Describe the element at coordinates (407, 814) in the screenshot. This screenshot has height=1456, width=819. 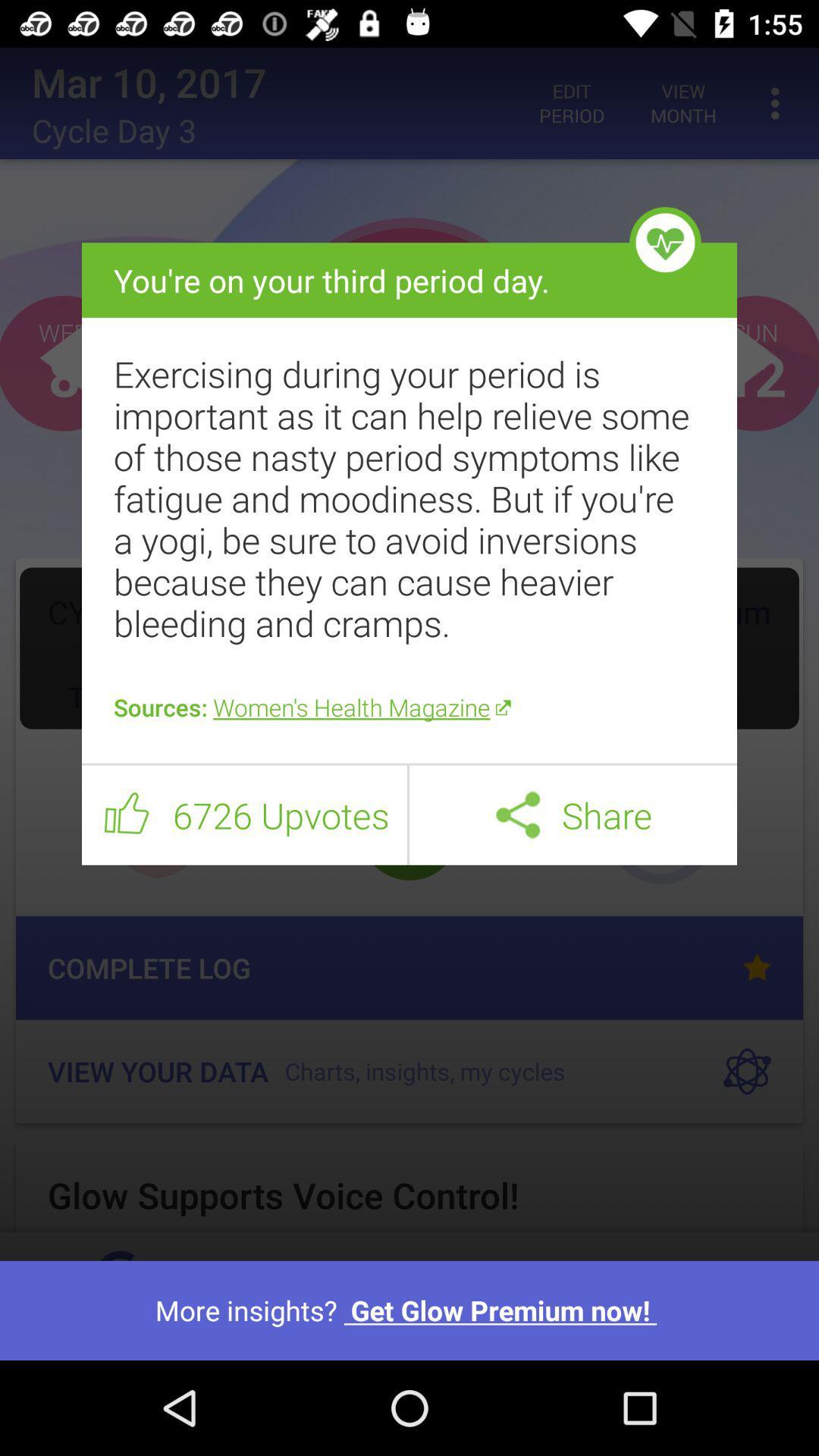
I see `icon to the right of 6726 upvotes item` at that location.